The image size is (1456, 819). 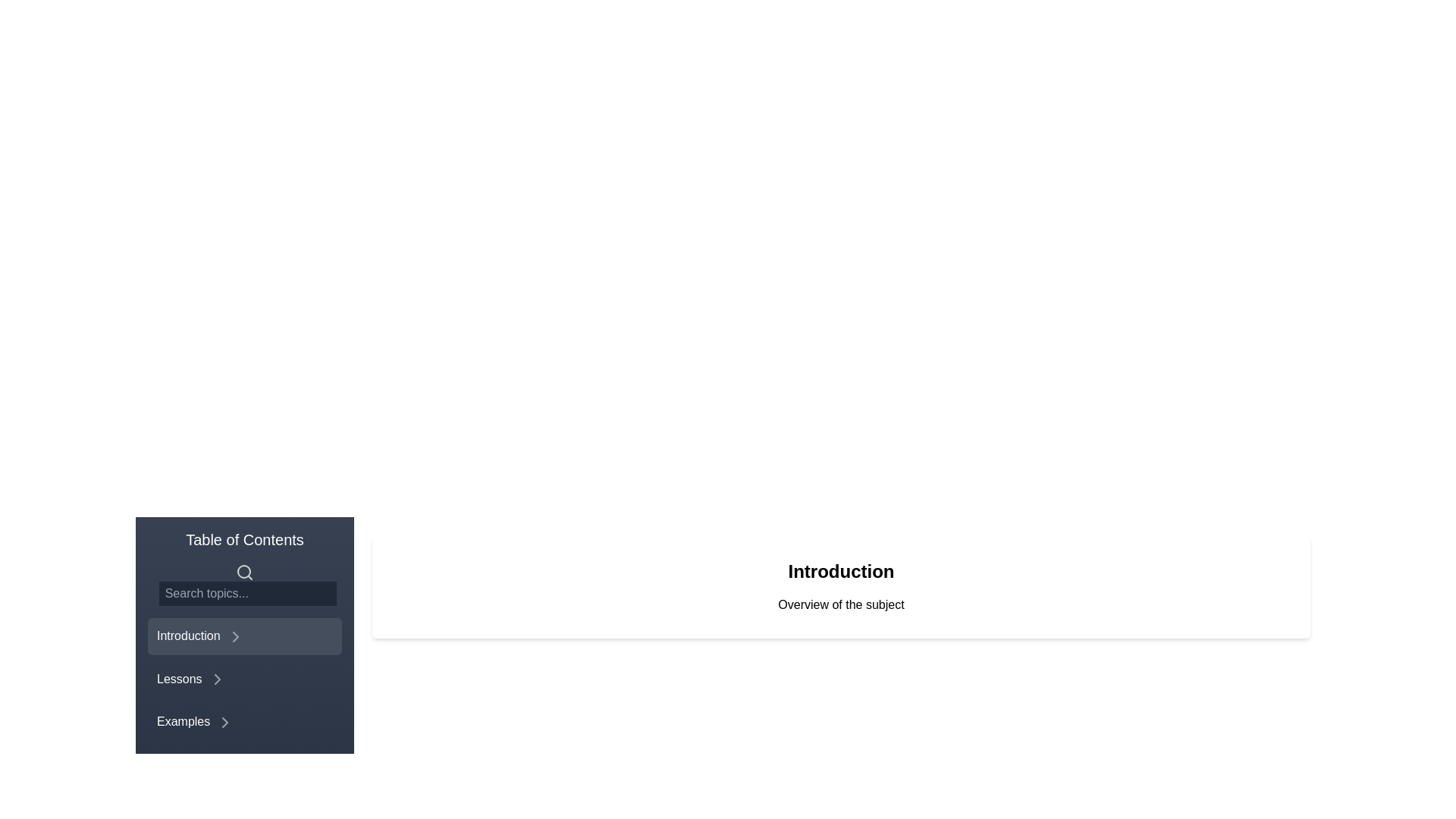 What do you see at coordinates (244, 636) in the screenshot?
I see `the 'Introduction' button with a dark gray background and white text for accessibility navigation` at bounding box center [244, 636].